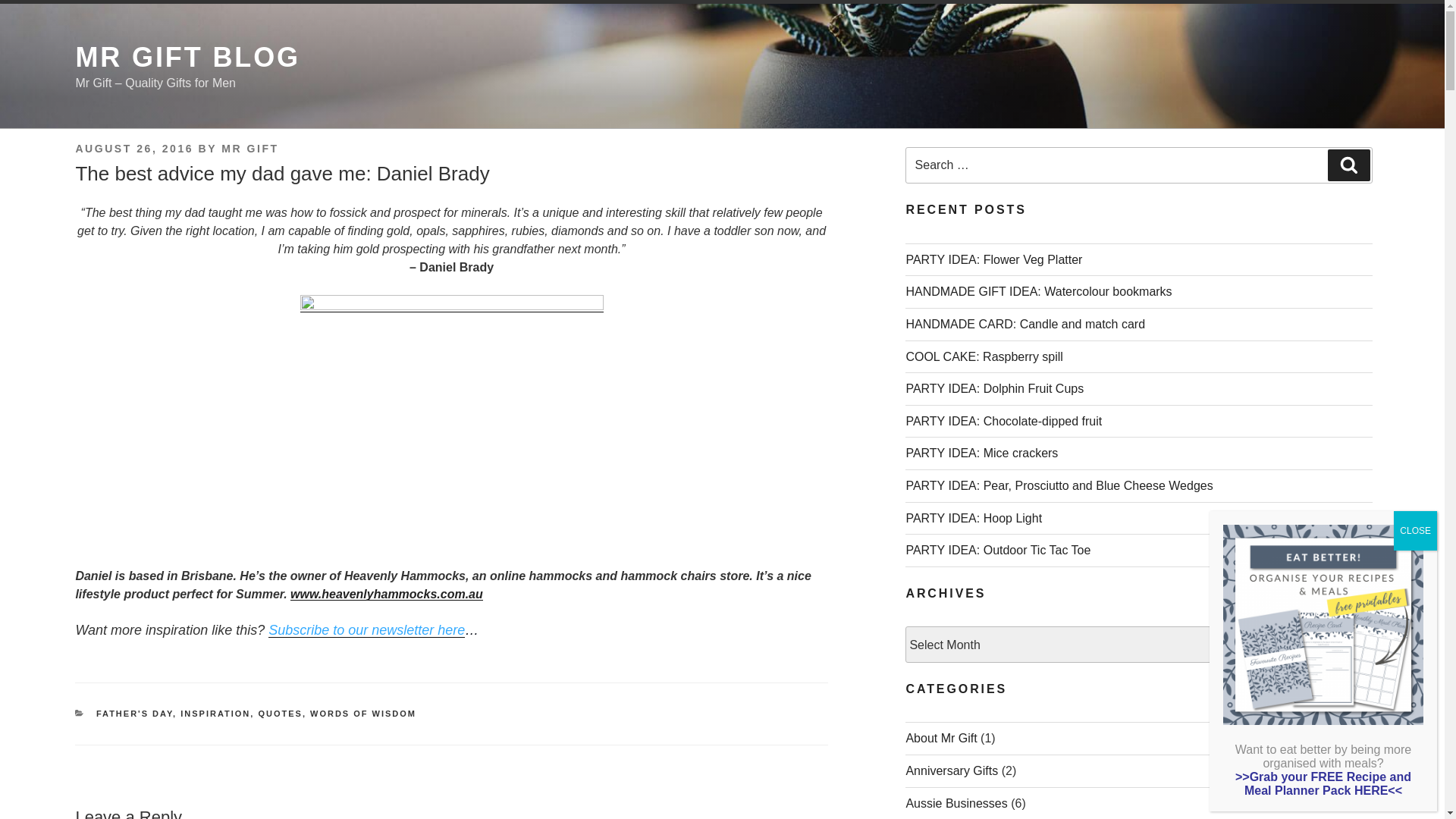 The image size is (1456, 819). I want to click on 'About Mr Gift', so click(940, 737).